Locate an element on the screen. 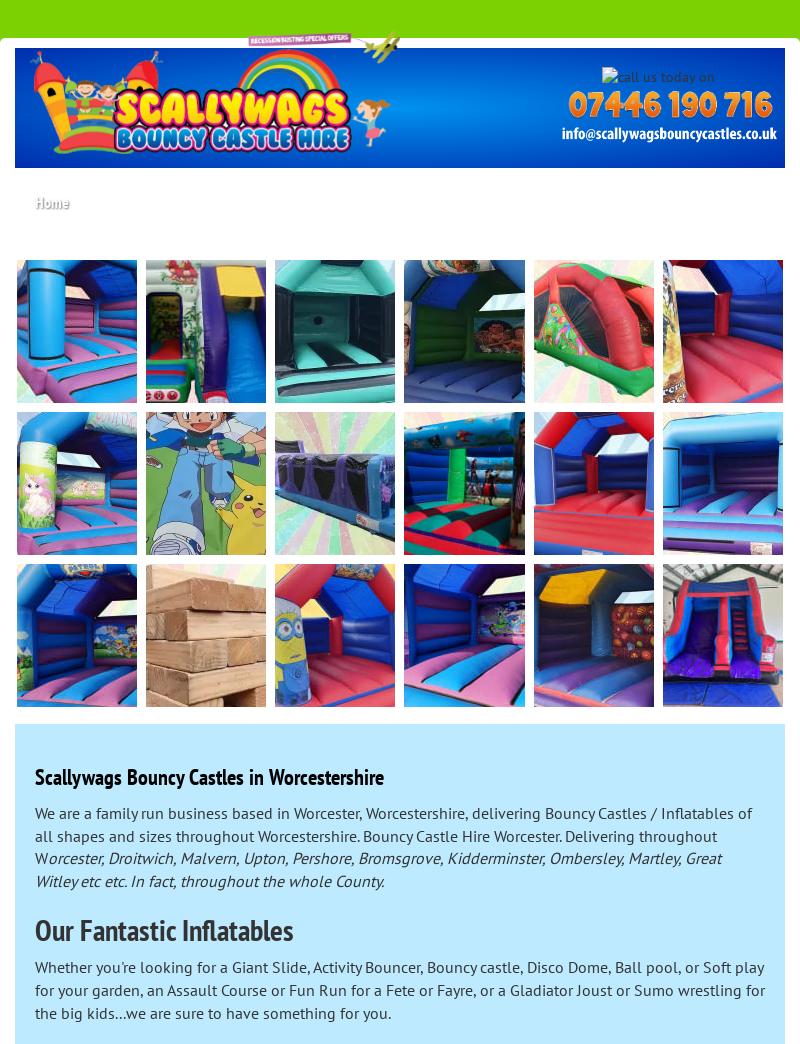 This screenshot has height=1044, width=800. 'About Us' is located at coordinates (214, 212).